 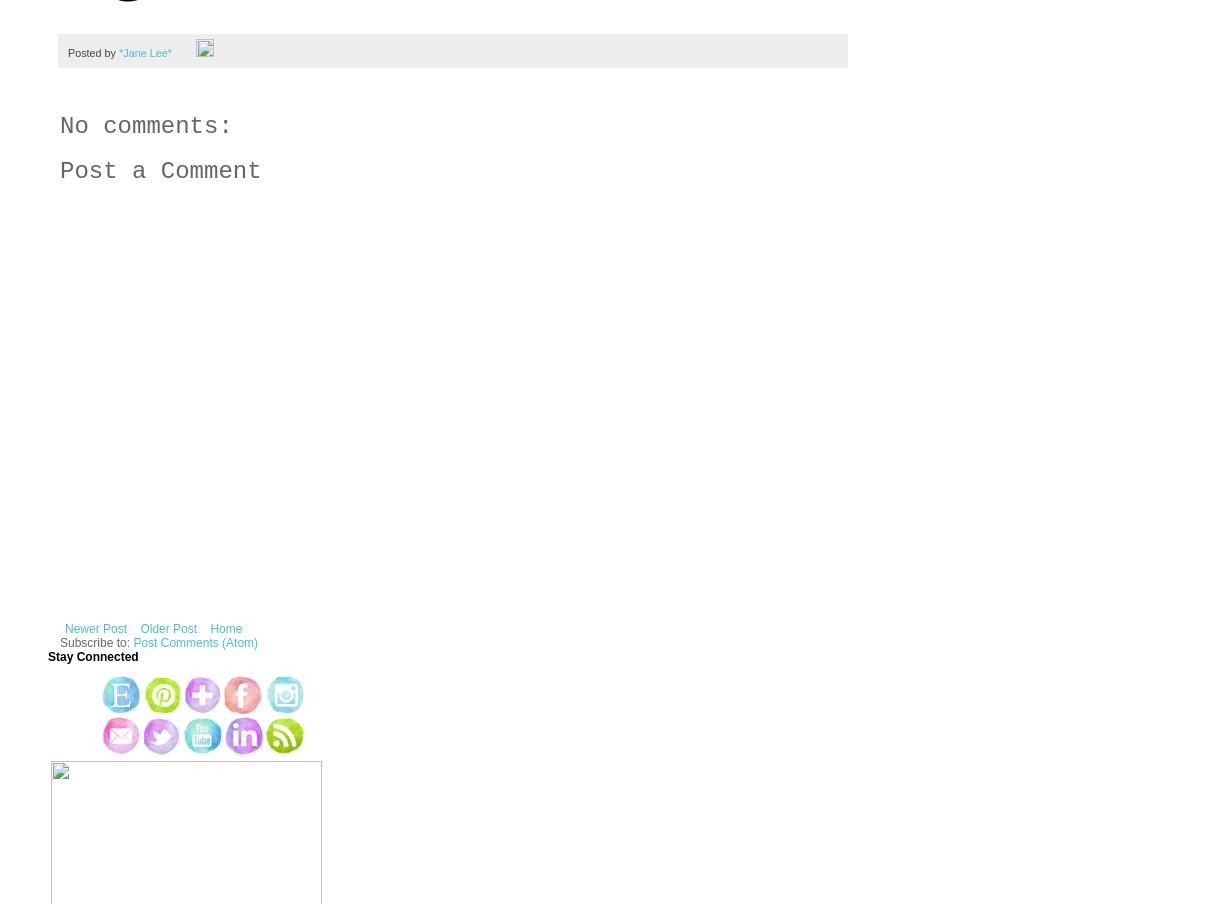 I want to click on 'Stay Connected', so click(x=92, y=657).